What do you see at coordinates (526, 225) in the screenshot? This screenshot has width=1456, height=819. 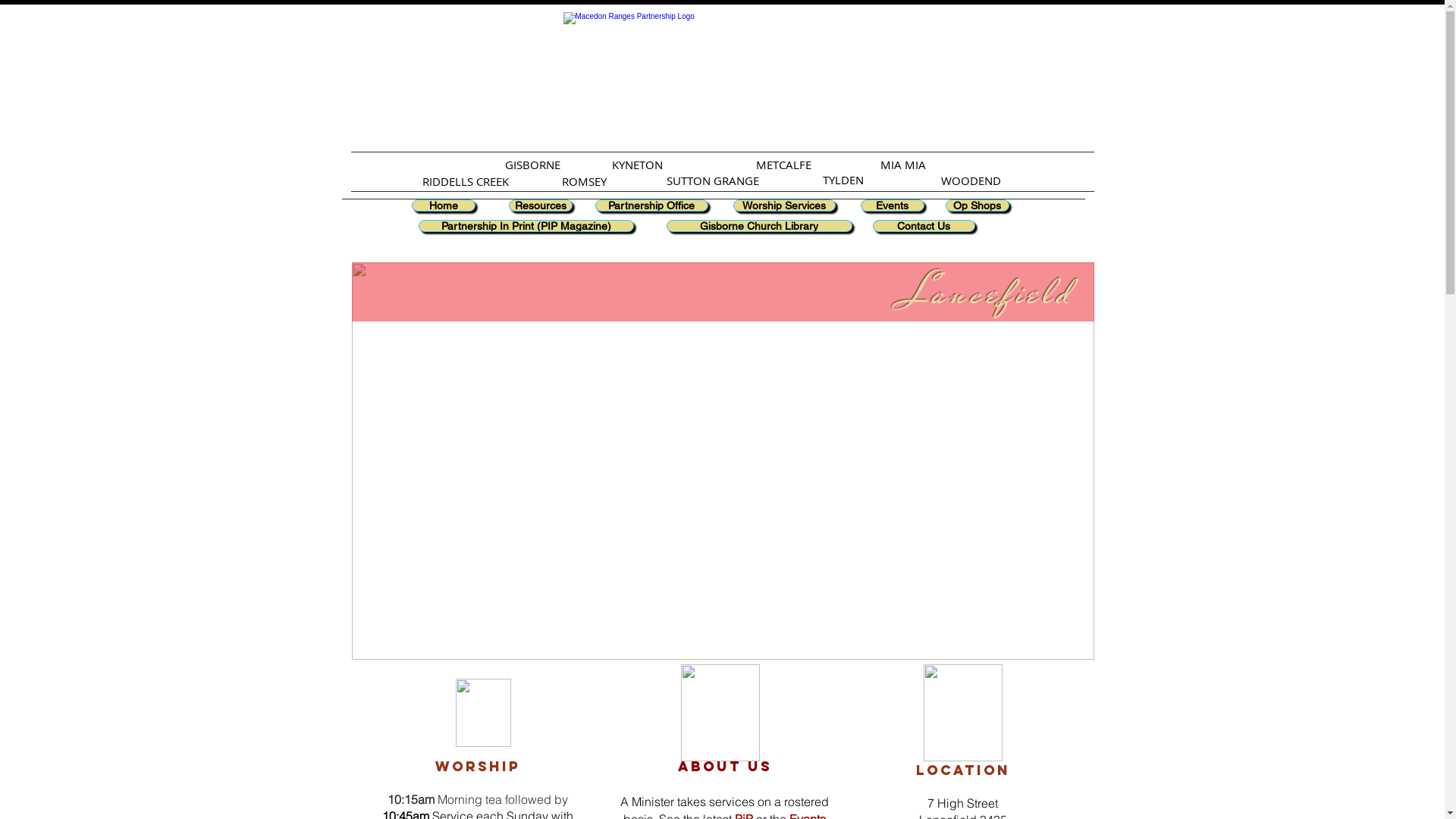 I see `'Partnership In Print (PIP Magazine)'` at bounding box center [526, 225].